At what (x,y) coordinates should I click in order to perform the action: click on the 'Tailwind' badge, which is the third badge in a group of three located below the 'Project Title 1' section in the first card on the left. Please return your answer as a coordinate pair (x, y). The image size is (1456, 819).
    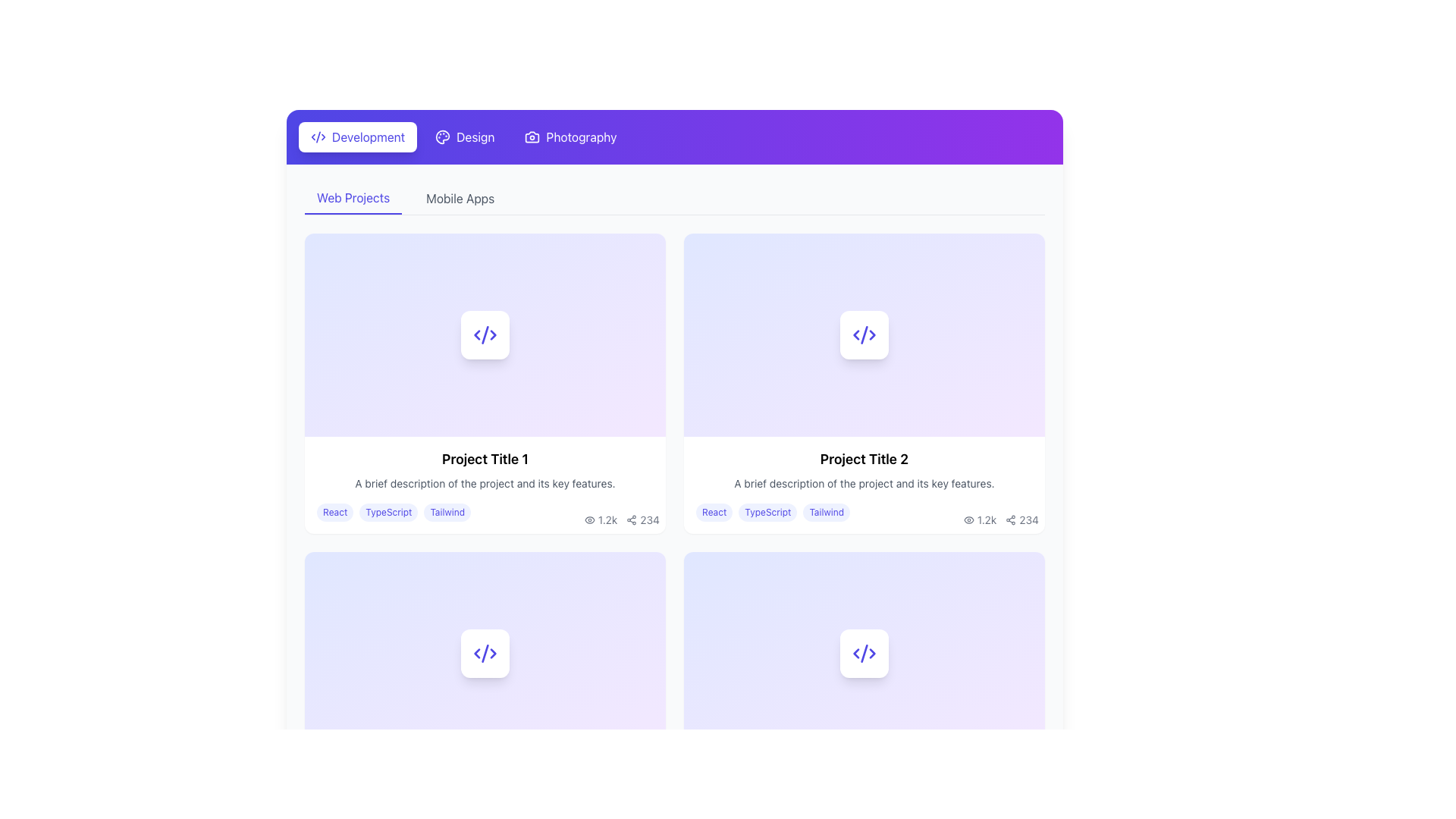
    Looking at the image, I should click on (447, 512).